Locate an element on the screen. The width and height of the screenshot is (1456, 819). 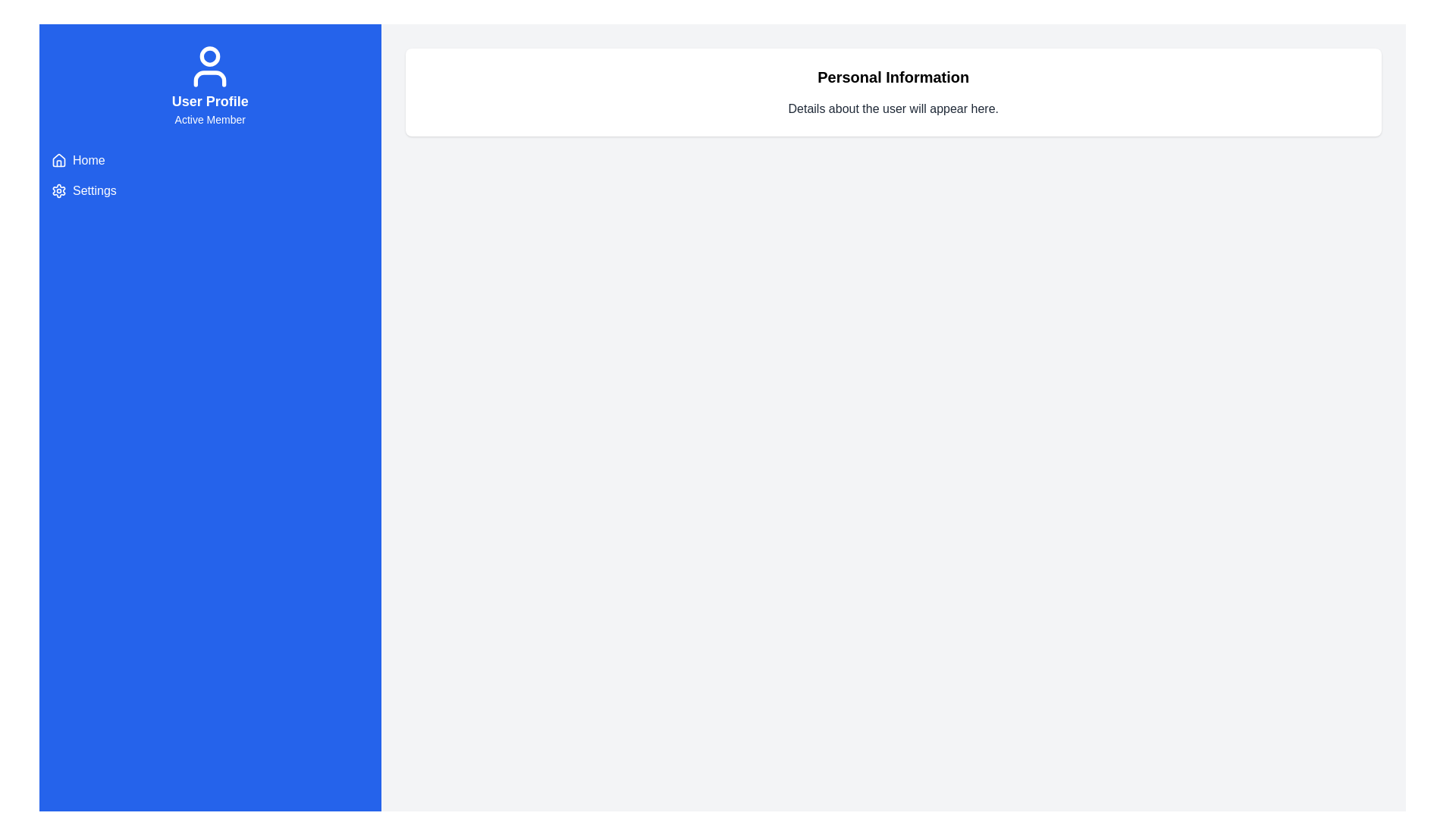
the house icon representing the Home navigation option located at the top left of the sidebar is located at coordinates (58, 160).